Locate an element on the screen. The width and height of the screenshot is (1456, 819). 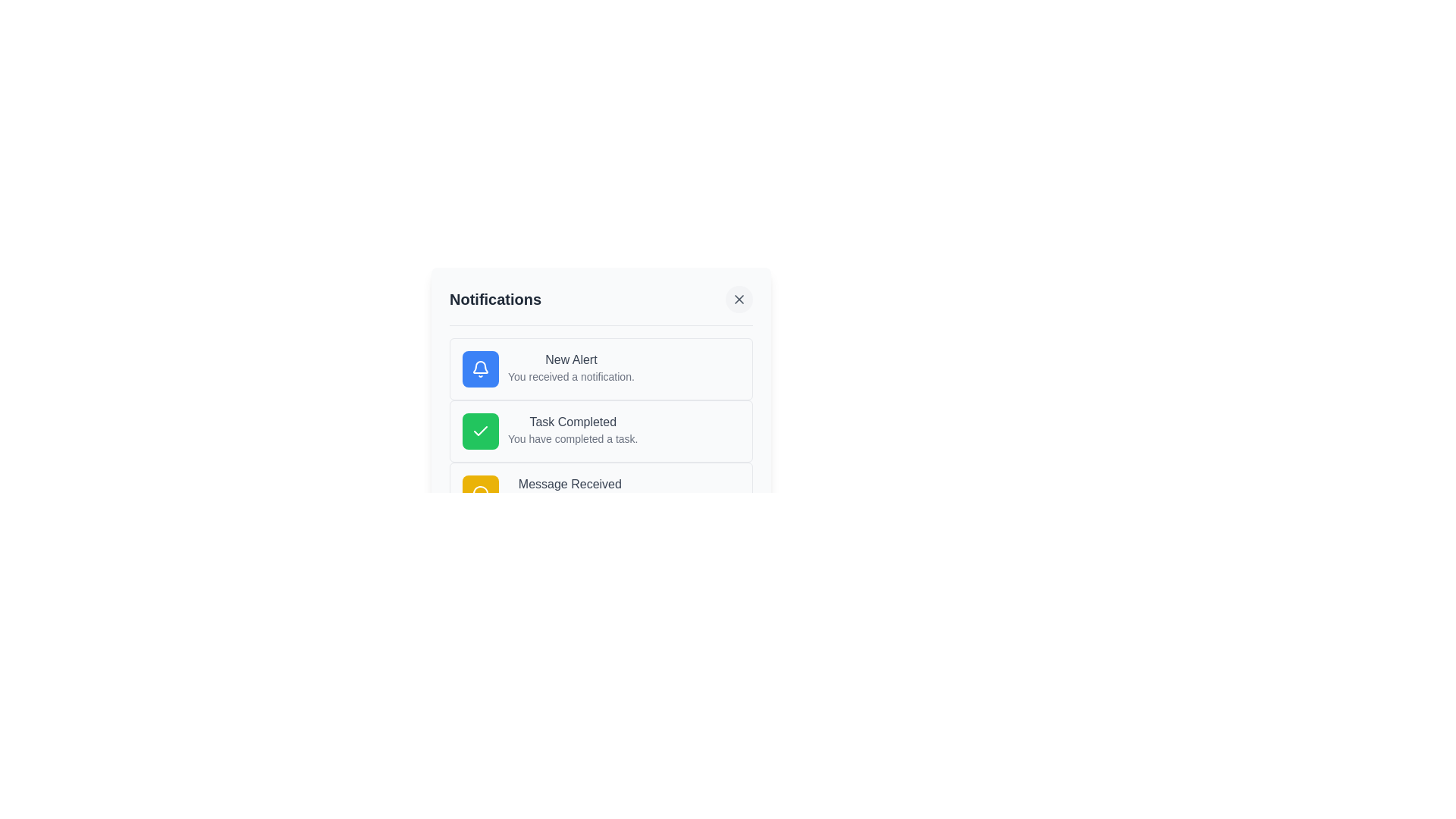
the text label indicating that a message has been received, which is the first line of the third notification item in the notifications pane is located at coordinates (569, 485).